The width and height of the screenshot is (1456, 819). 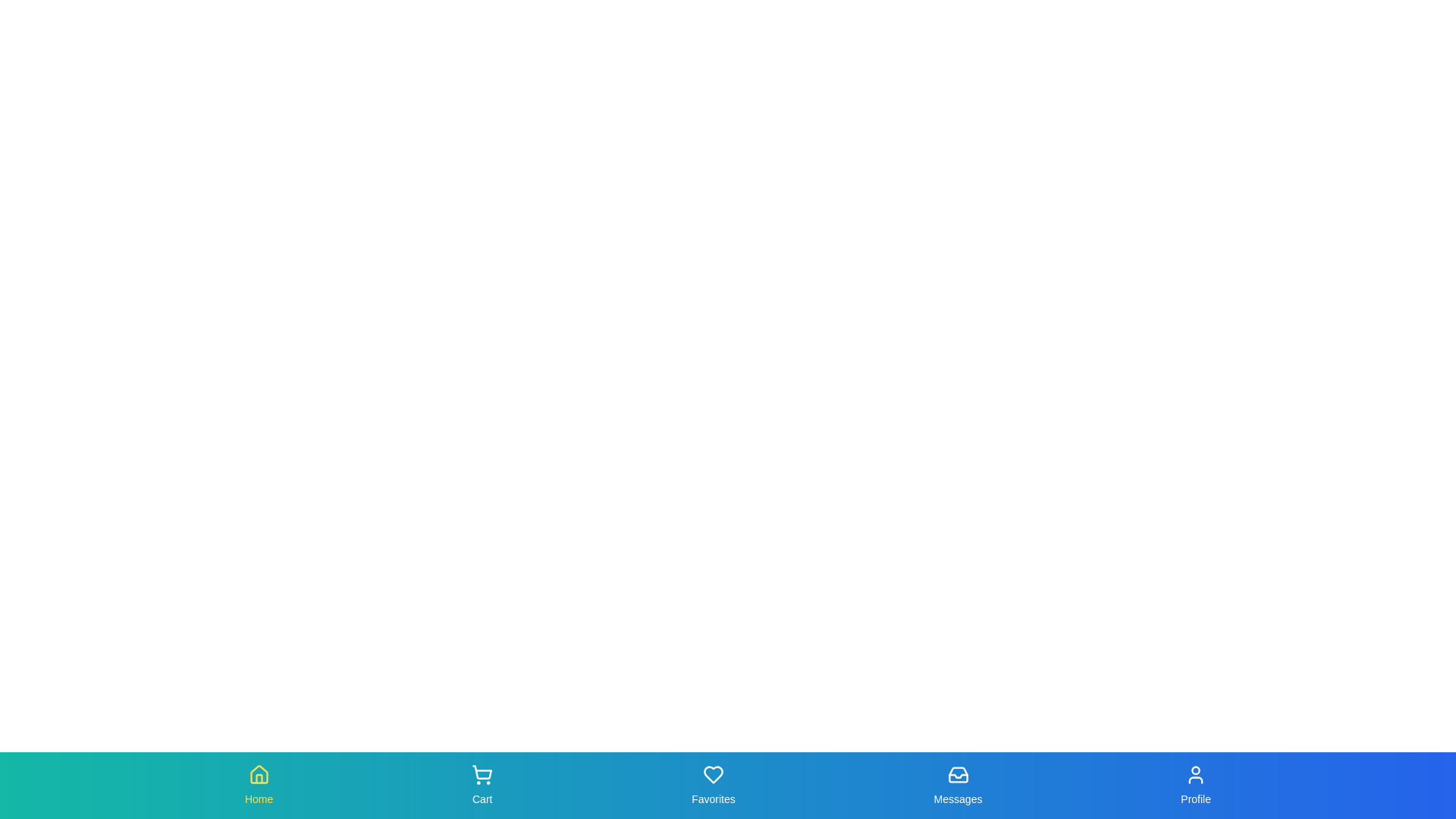 I want to click on the tab labeled Favorites to view the scale effect, so click(x=712, y=785).